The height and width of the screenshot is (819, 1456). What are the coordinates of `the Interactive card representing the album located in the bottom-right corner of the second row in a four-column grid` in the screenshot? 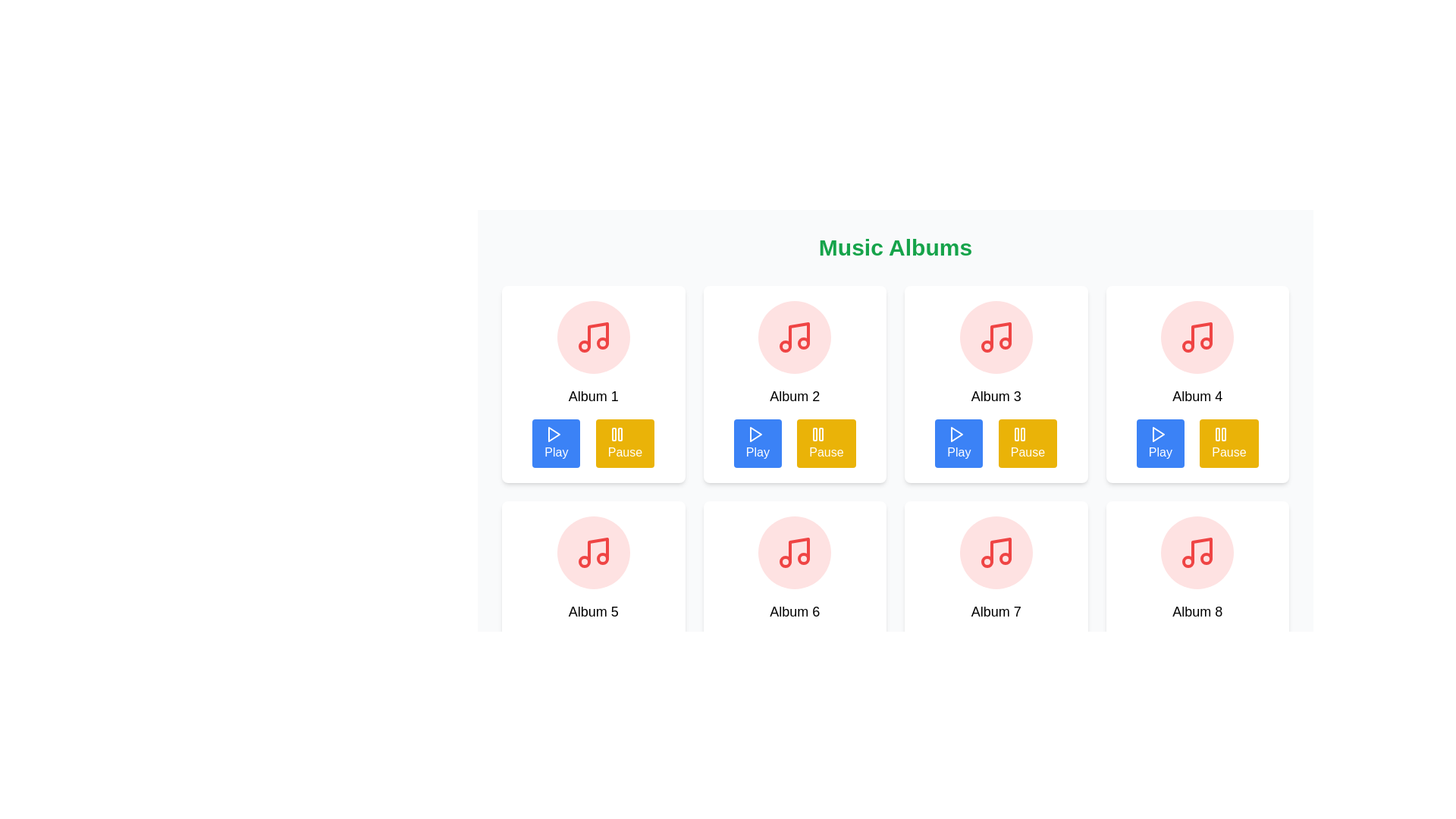 It's located at (1197, 598).